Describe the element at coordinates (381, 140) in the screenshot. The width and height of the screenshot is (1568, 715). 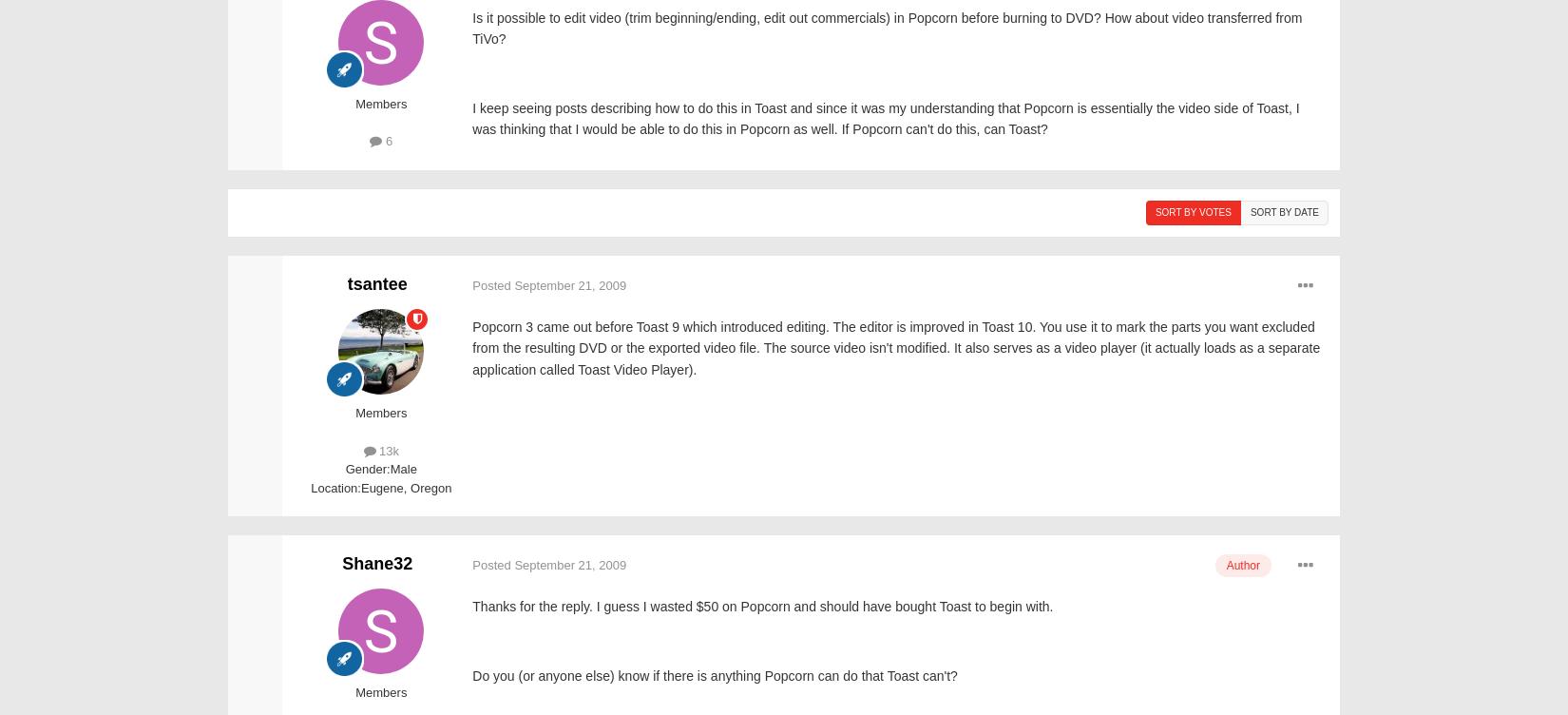
I see `'6'` at that location.